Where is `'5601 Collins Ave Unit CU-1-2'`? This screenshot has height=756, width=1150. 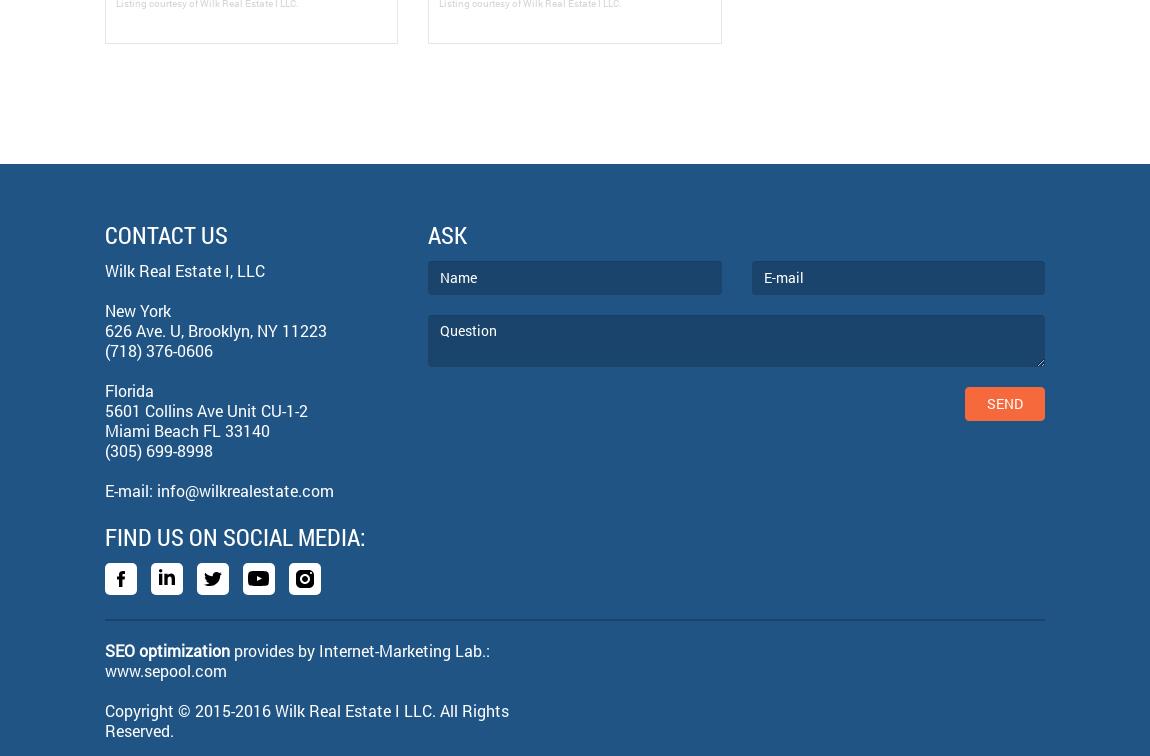
'5601 Collins Ave Unit CU-1-2' is located at coordinates (205, 409).